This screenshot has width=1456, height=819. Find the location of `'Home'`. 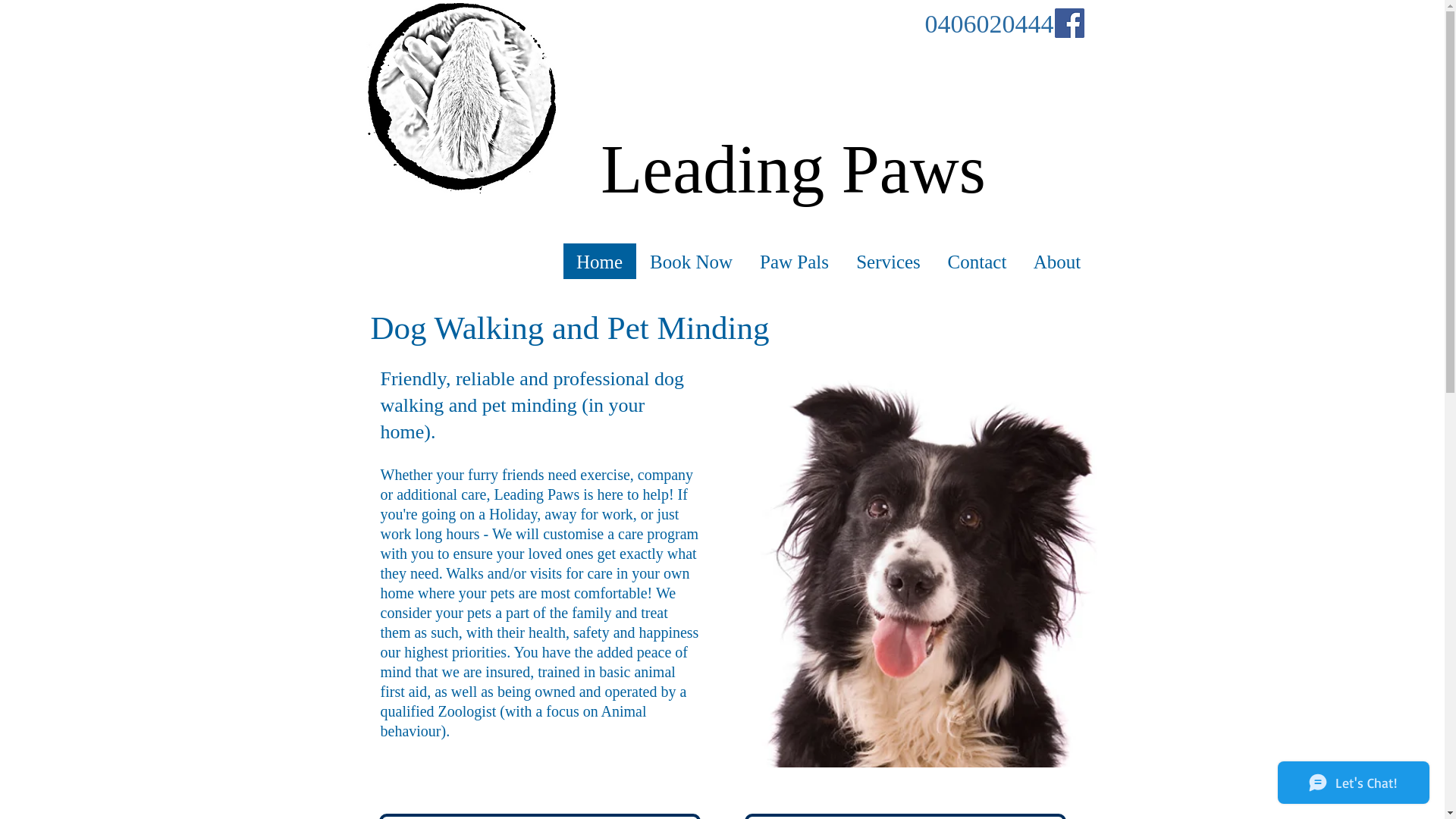

'Home' is located at coordinates (598, 261).